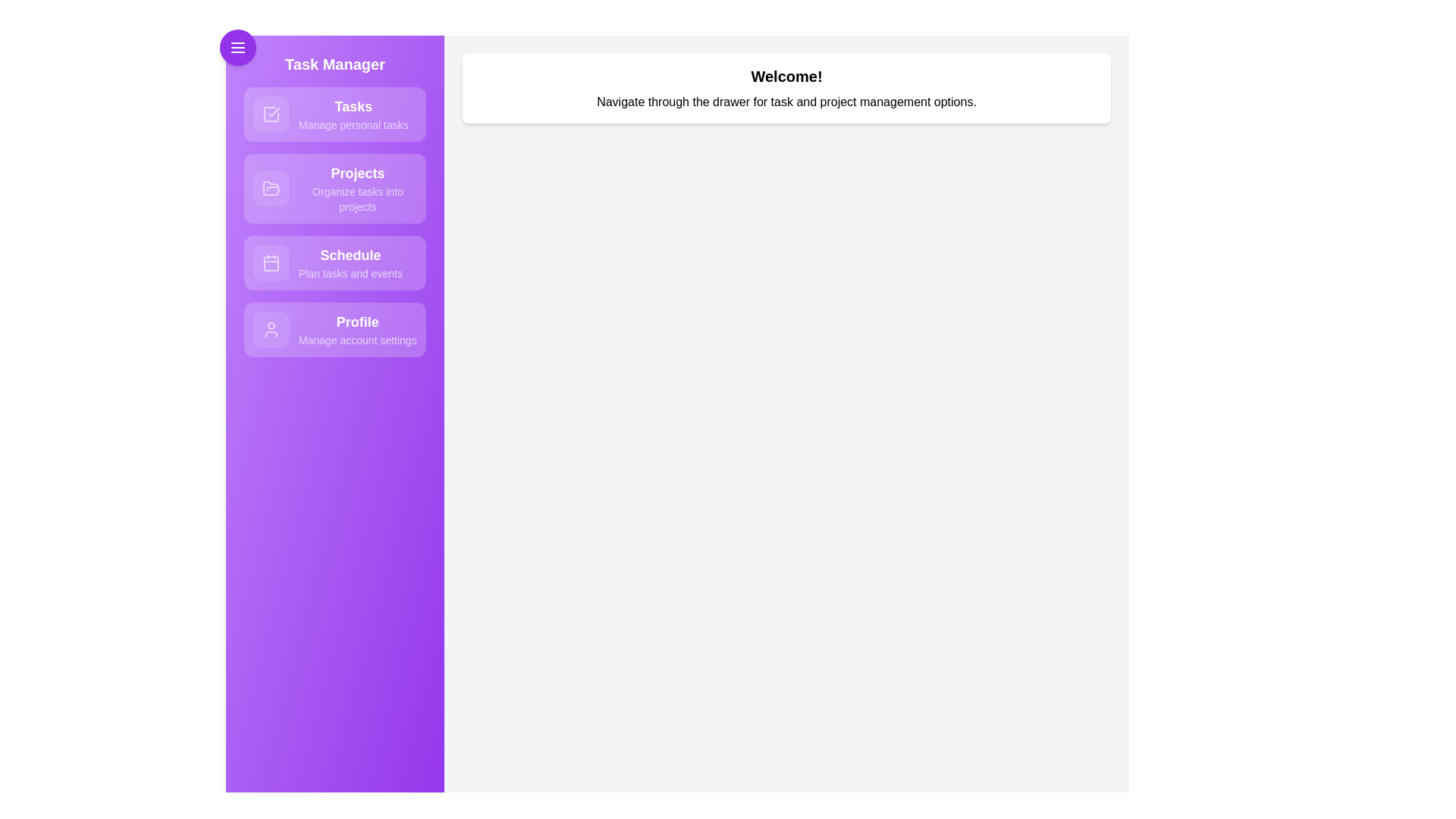 This screenshot has height=819, width=1456. What do you see at coordinates (786, 444) in the screenshot?
I see `the main content area to focus on it` at bounding box center [786, 444].